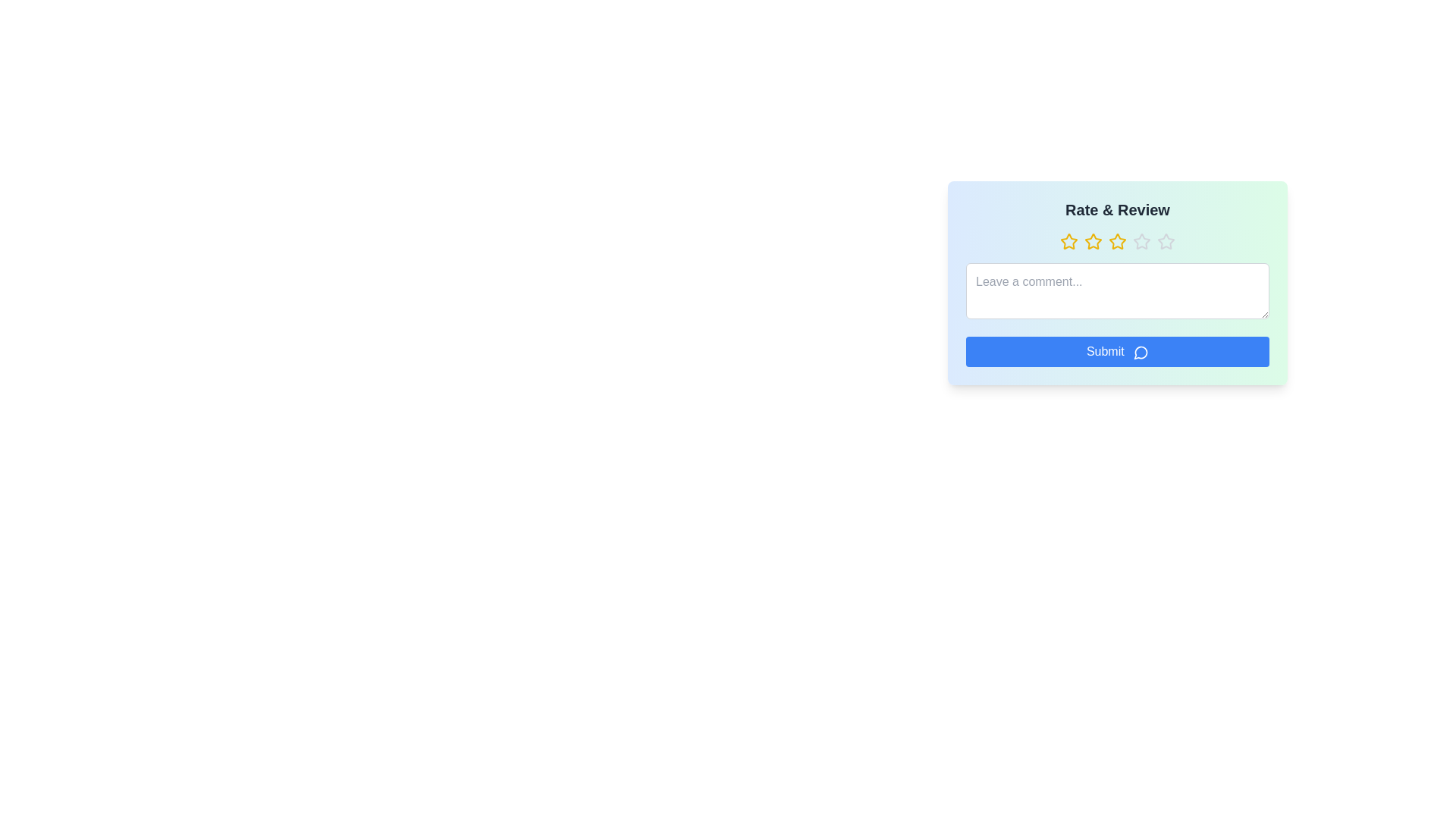  What do you see at coordinates (1142, 241) in the screenshot?
I see `the star corresponding to the desired rating value 4` at bounding box center [1142, 241].